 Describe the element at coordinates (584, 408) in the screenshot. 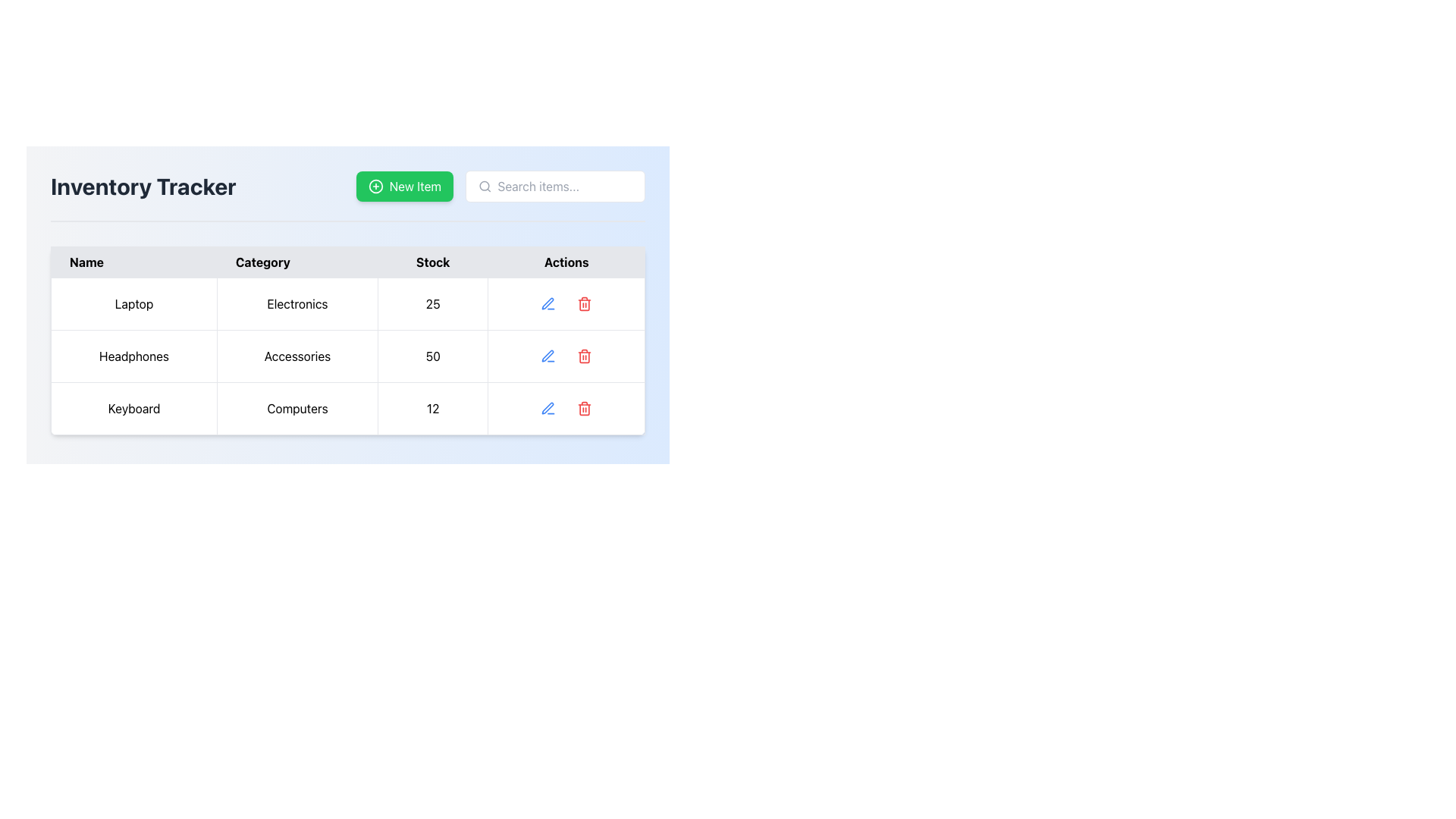

I see `the delete icon located in the 'Actions' column of the last row in the table` at that location.